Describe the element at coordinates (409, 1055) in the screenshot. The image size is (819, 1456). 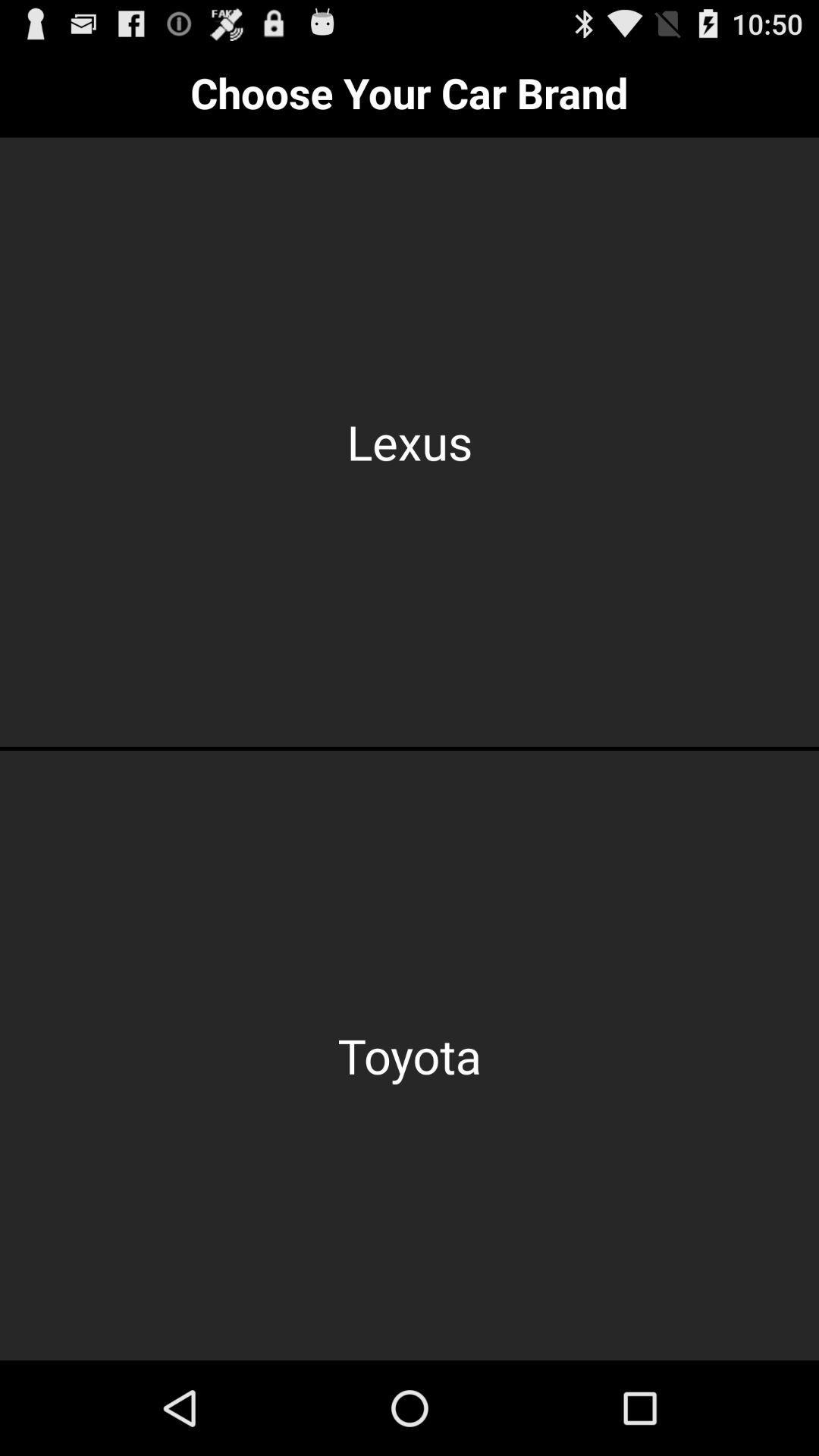
I see `item at the bottom` at that location.